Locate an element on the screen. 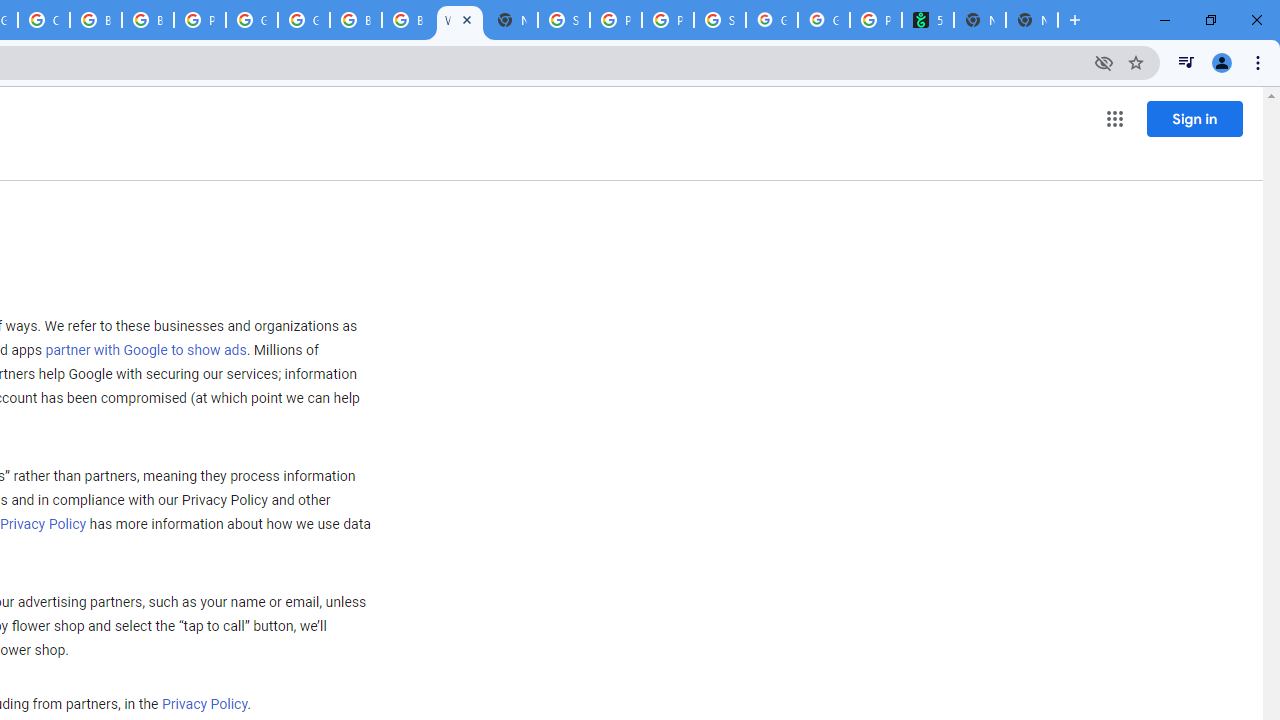 The image size is (1280, 720). 'Sign in - Google Accounts' is located at coordinates (562, 20).